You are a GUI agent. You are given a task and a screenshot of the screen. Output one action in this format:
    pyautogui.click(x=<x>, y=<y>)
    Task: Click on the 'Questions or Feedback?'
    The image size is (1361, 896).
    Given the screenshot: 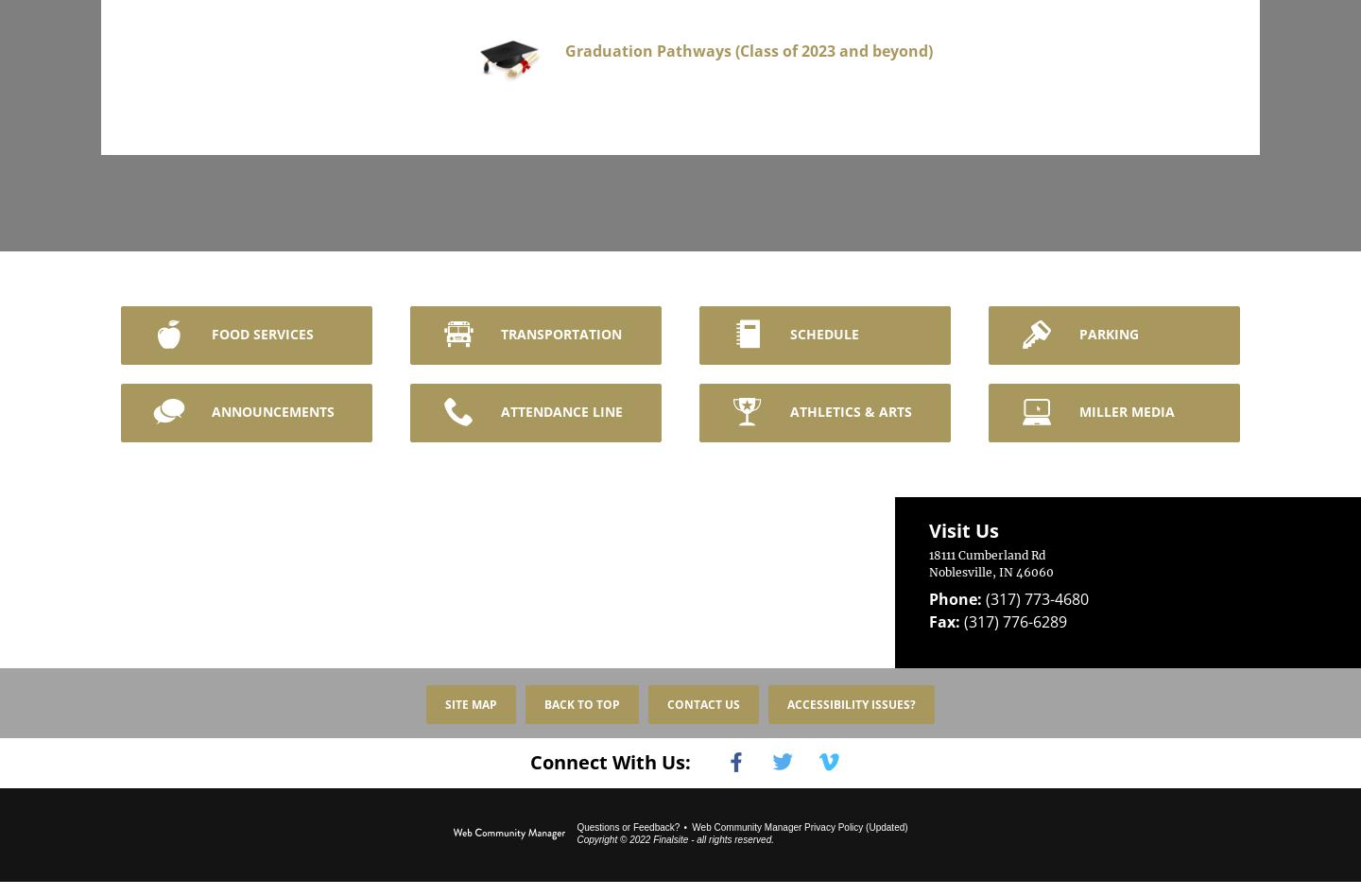 What is the action you would take?
    pyautogui.click(x=628, y=813)
    